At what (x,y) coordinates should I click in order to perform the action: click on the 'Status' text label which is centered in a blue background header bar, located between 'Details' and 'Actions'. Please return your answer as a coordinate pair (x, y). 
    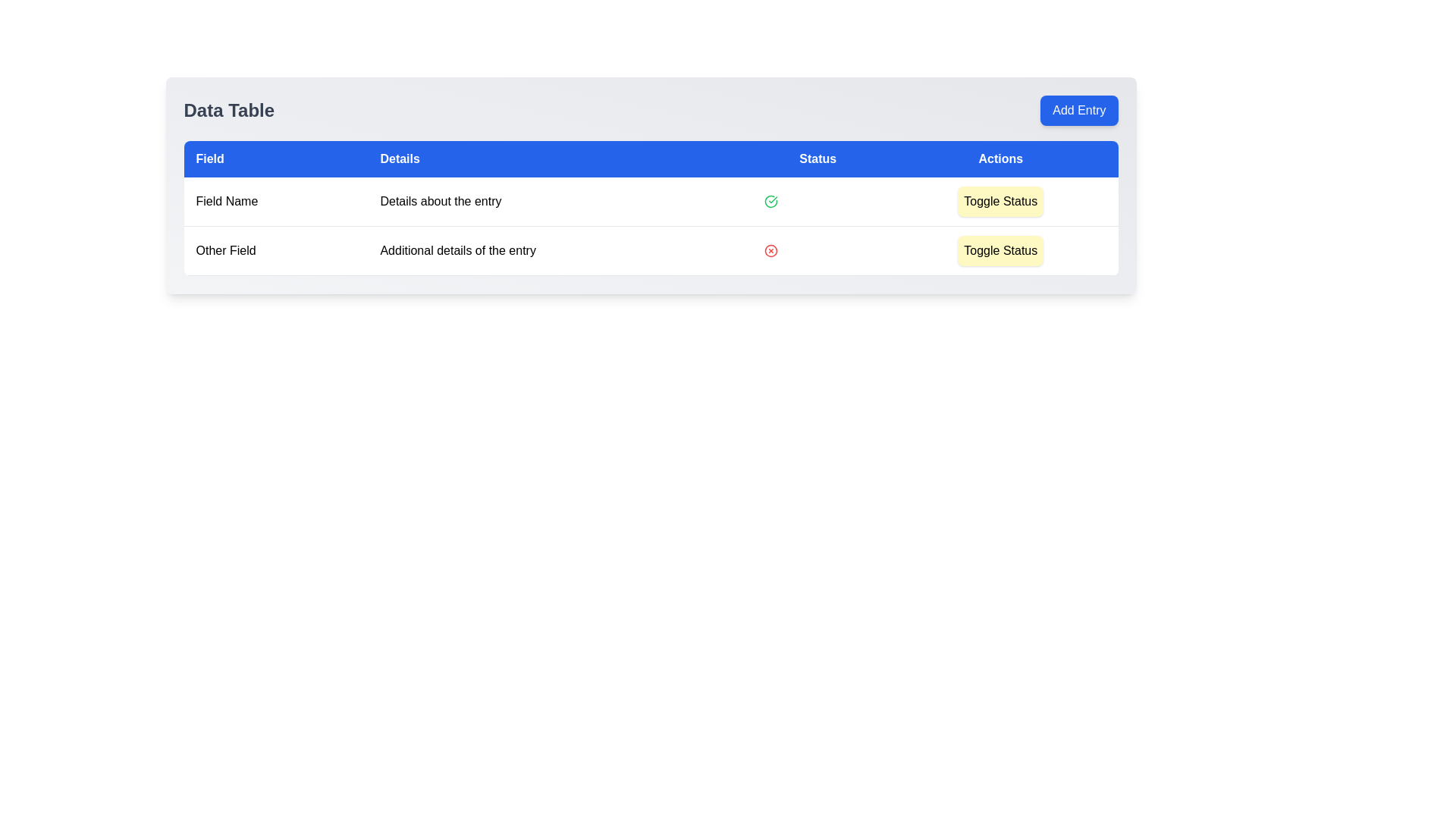
    Looking at the image, I should click on (817, 158).